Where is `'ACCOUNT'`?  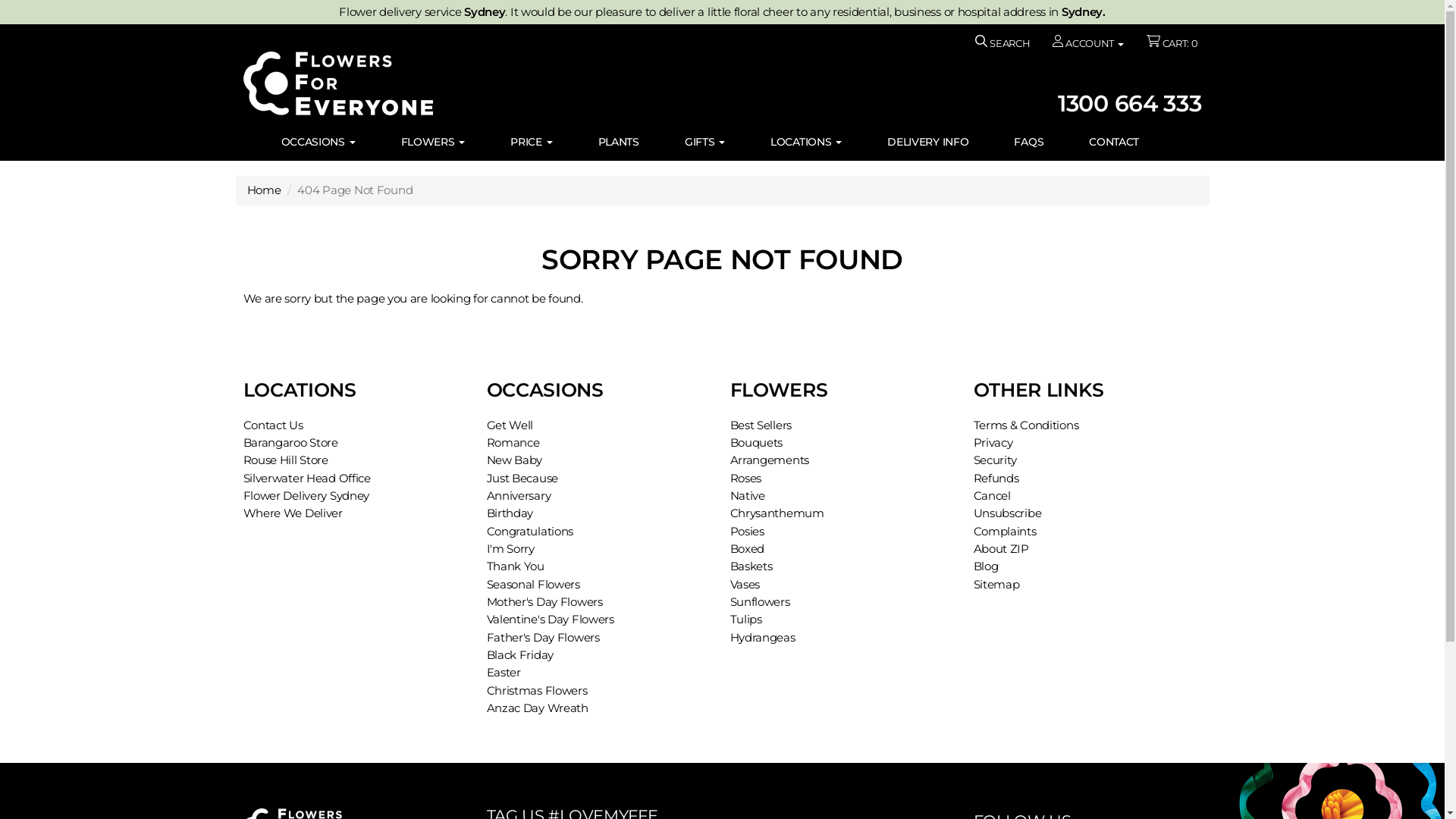 'ACCOUNT' is located at coordinates (1087, 42).